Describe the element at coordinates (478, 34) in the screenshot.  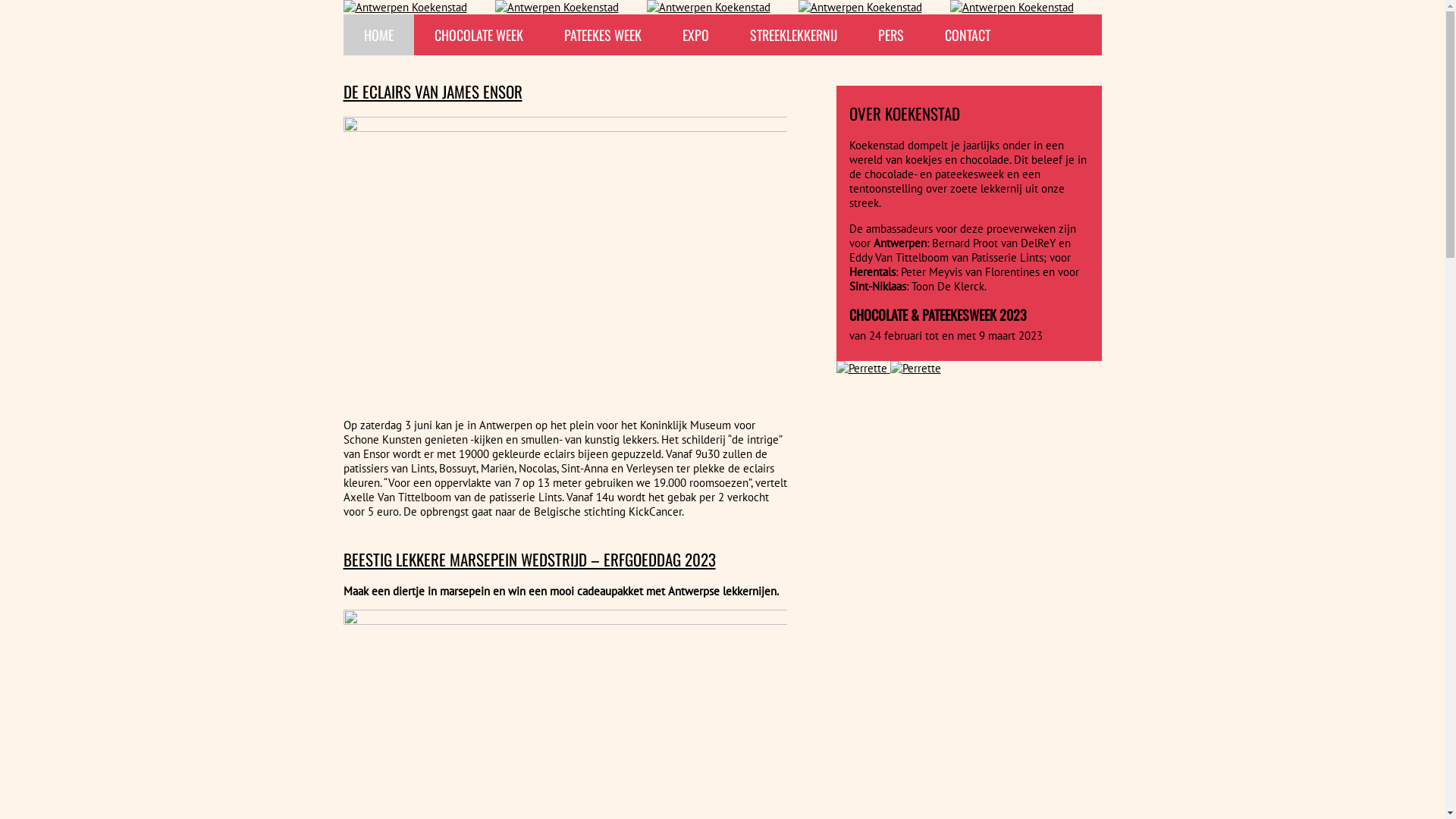
I see `'CHOCOLATE WEEK'` at that location.